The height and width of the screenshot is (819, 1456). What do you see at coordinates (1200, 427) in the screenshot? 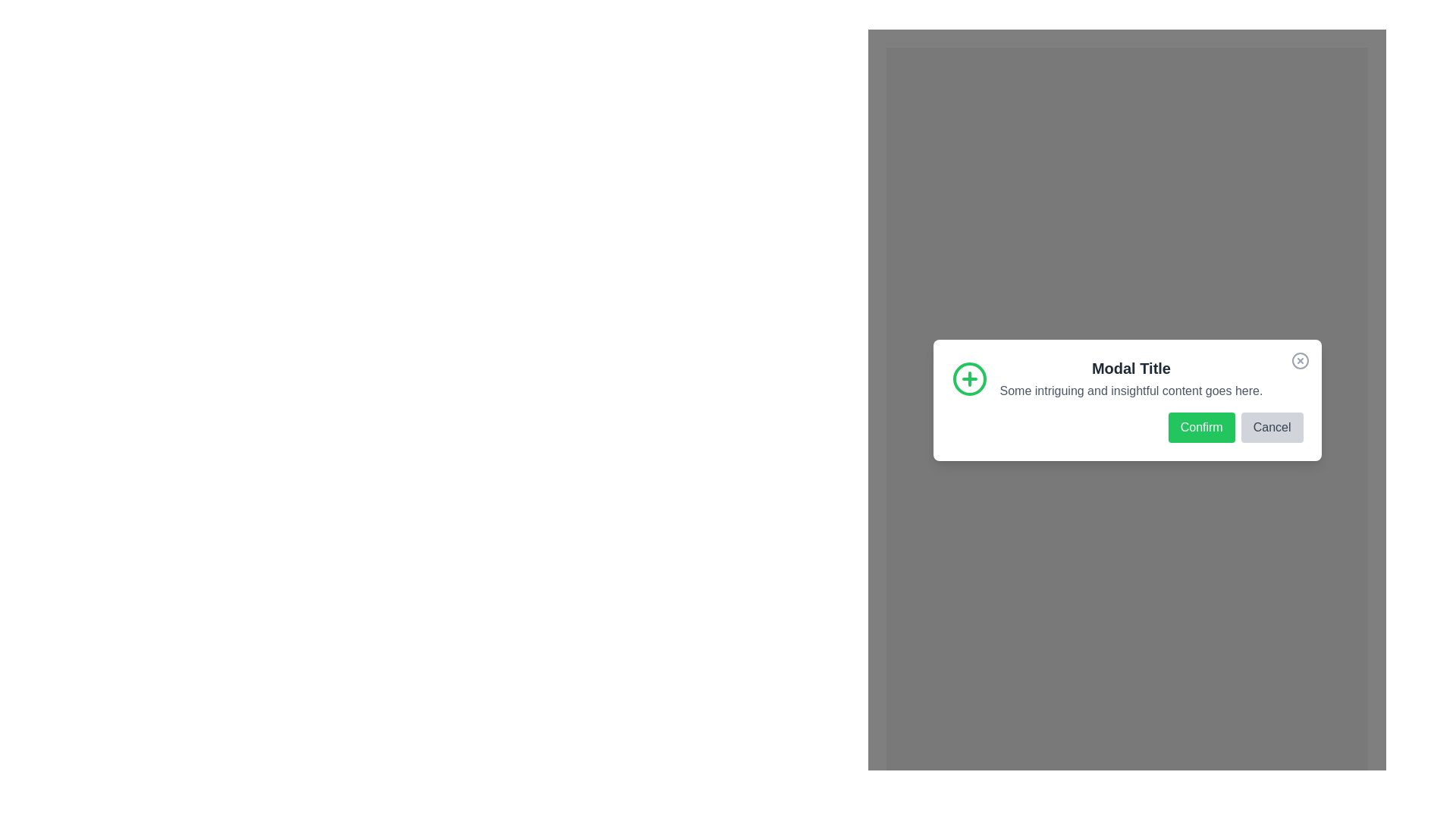
I see `the 'Confirm' button located at the bottom-right of the modal to finalize the current operation or form submission` at bounding box center [1200, 427].